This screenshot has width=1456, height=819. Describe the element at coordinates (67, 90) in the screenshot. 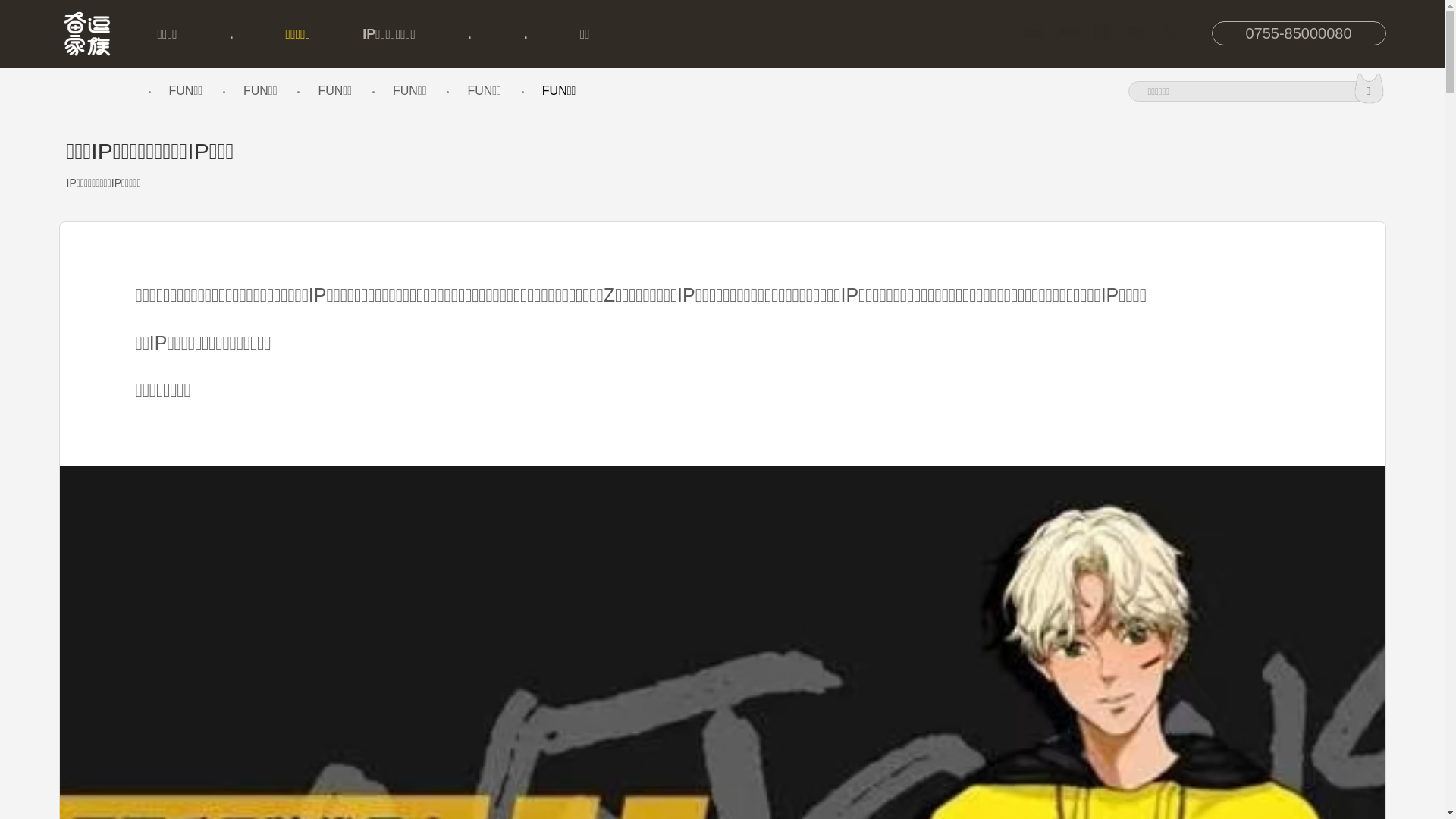

I see `'Music On/Off'` at that location.